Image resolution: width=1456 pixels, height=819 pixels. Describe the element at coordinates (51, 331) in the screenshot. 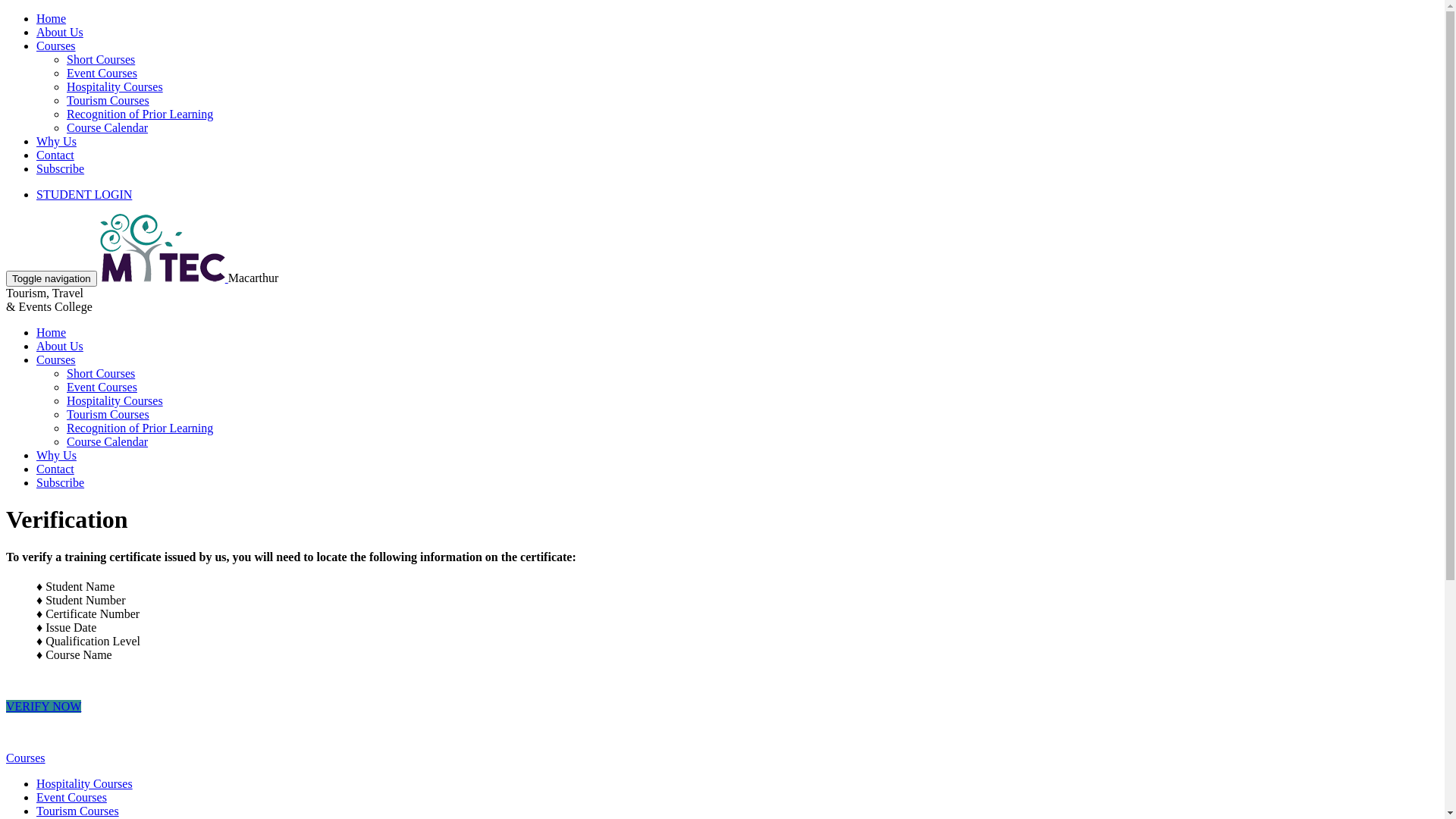

I see `'Home'` at that location.